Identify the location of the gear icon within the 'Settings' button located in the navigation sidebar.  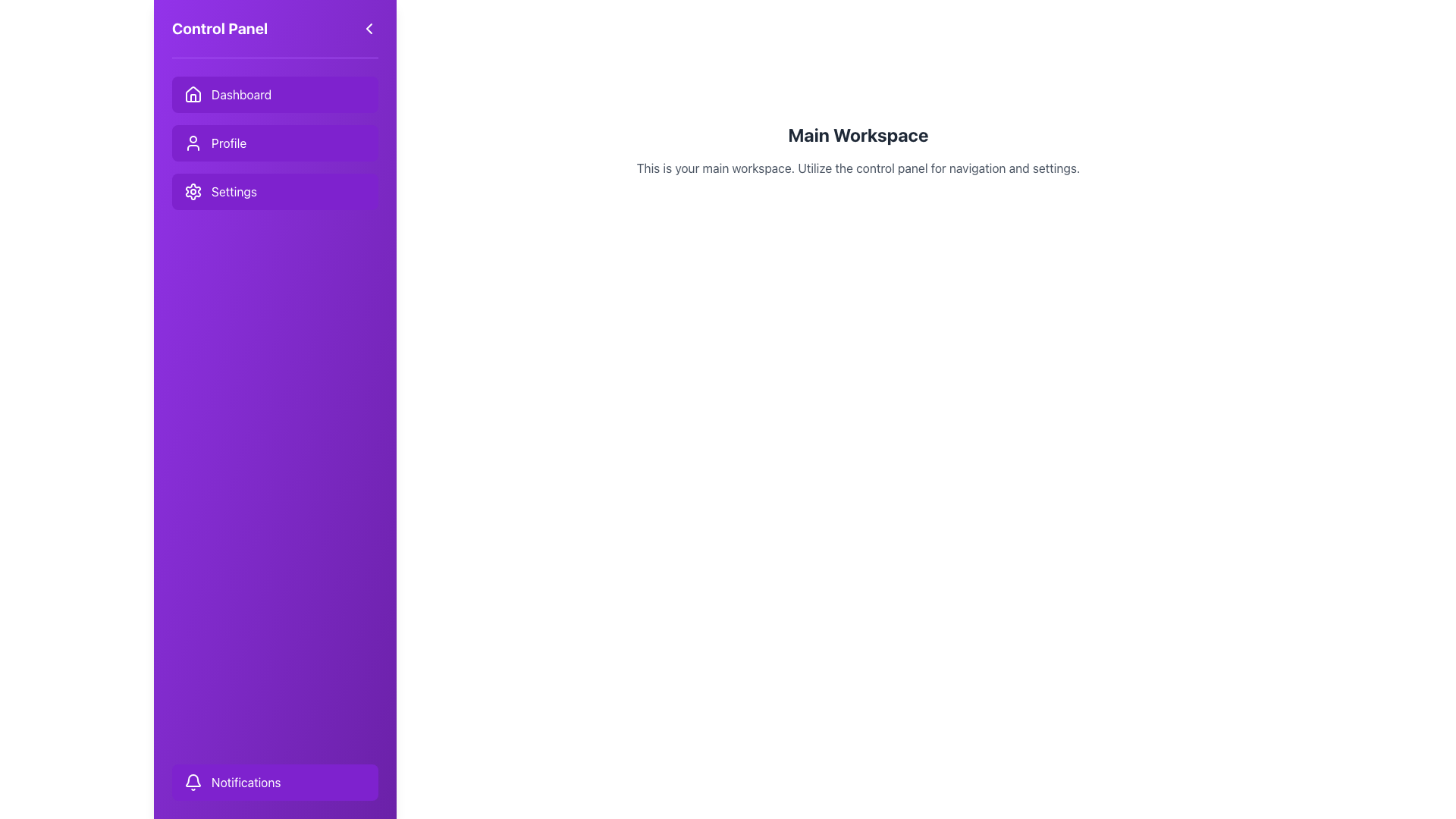
(192, 191).